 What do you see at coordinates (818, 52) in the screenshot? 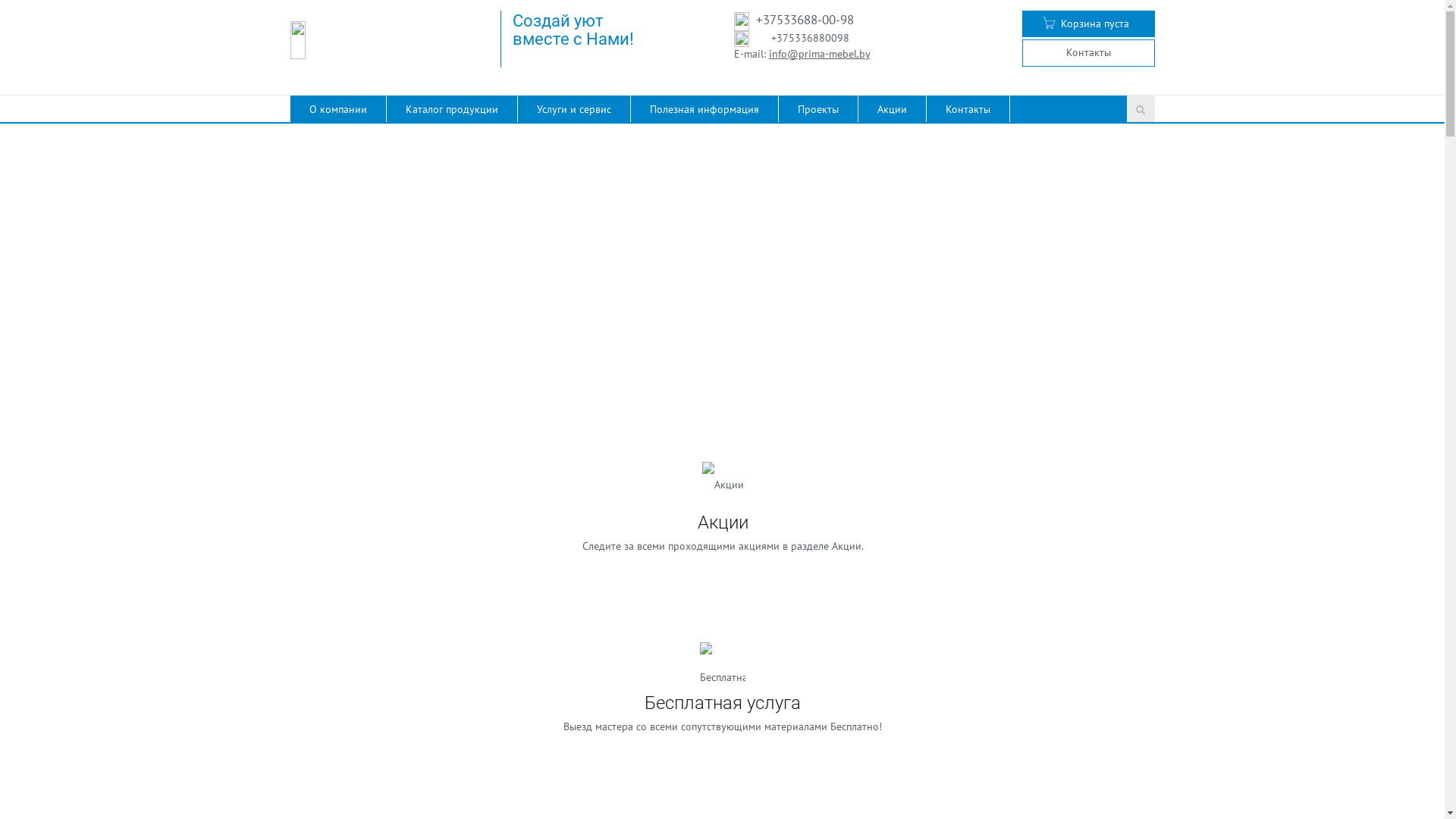
I see `'info@prima-mebel.by'` at bounding box center [818, 52].